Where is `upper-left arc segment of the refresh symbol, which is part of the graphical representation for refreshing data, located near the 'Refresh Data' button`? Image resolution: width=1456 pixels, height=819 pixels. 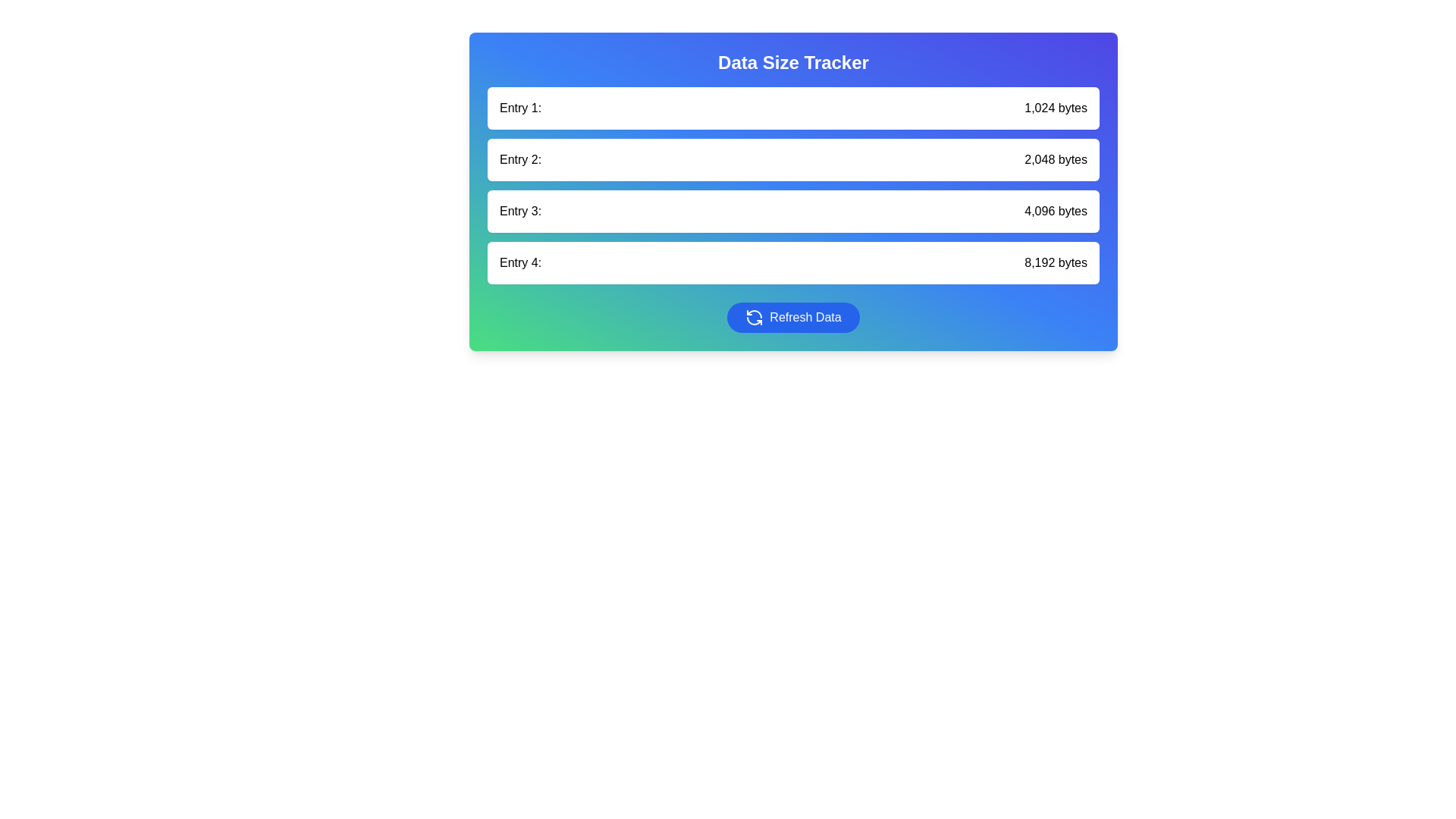
upper-left arc segment of the refresh symbol, which is part of the graphical representation for refreshing data, located near the 'Refresh Data' button is located at coordinates (755, 313).